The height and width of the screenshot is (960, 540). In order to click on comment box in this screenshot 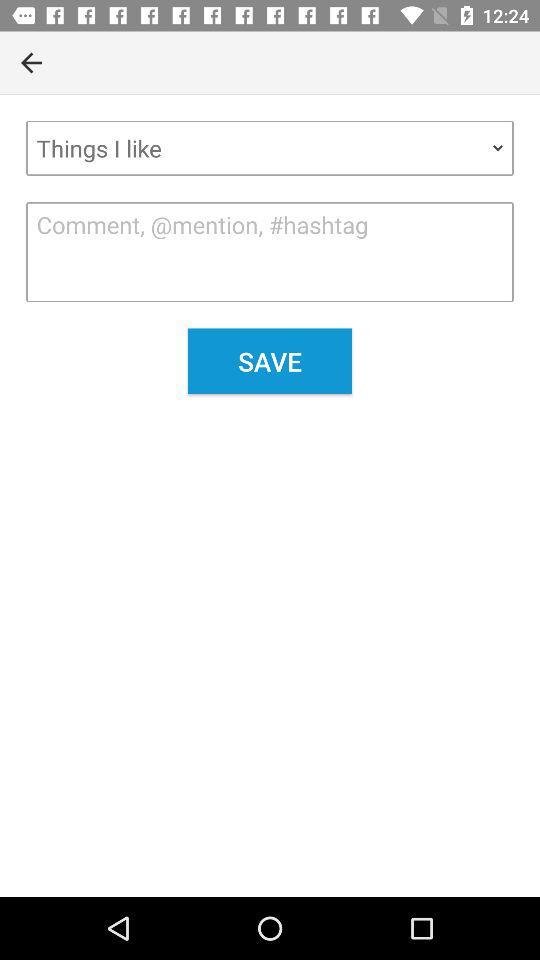, I will do `click(270, 251)`.